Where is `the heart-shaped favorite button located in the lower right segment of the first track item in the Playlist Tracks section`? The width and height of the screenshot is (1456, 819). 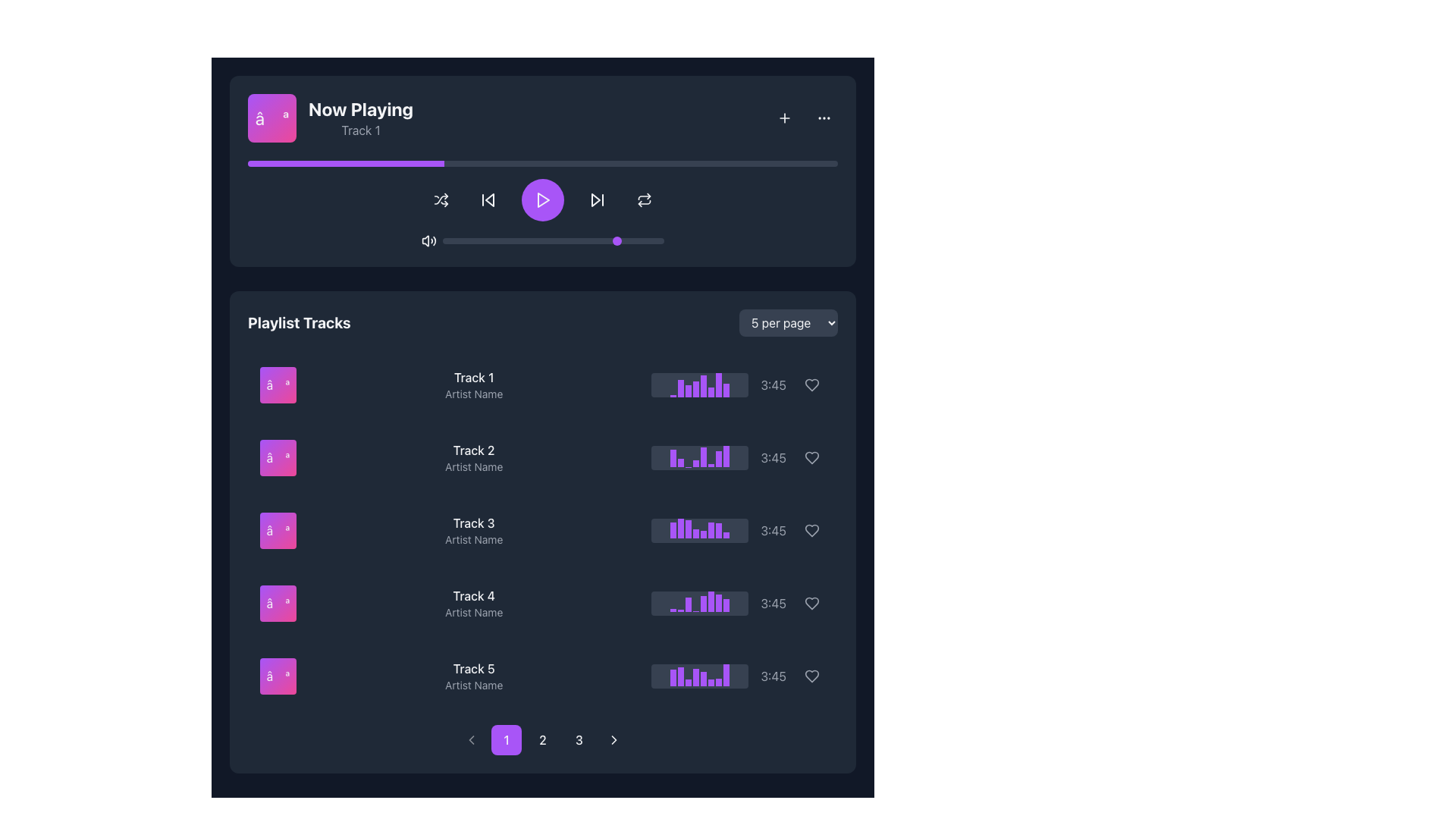
the heart-shaped favorite button located in the lower right segment of the first track item in the Playlist Tracks section is located at coordinates (811, 384).